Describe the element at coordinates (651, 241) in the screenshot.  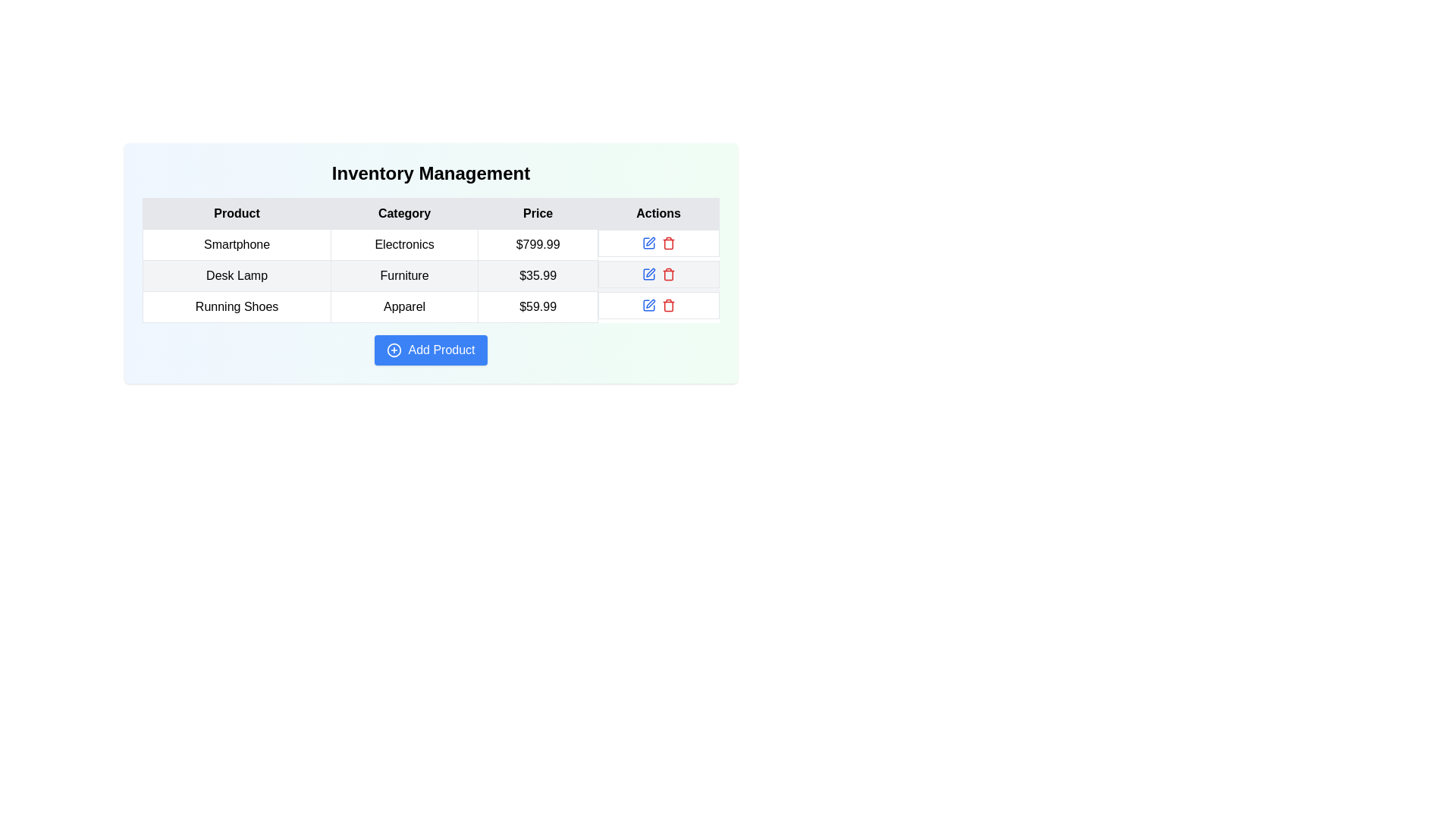
I see `the blue pen icon button in the 'Actions' column of the second row to initiate editing` at that location.